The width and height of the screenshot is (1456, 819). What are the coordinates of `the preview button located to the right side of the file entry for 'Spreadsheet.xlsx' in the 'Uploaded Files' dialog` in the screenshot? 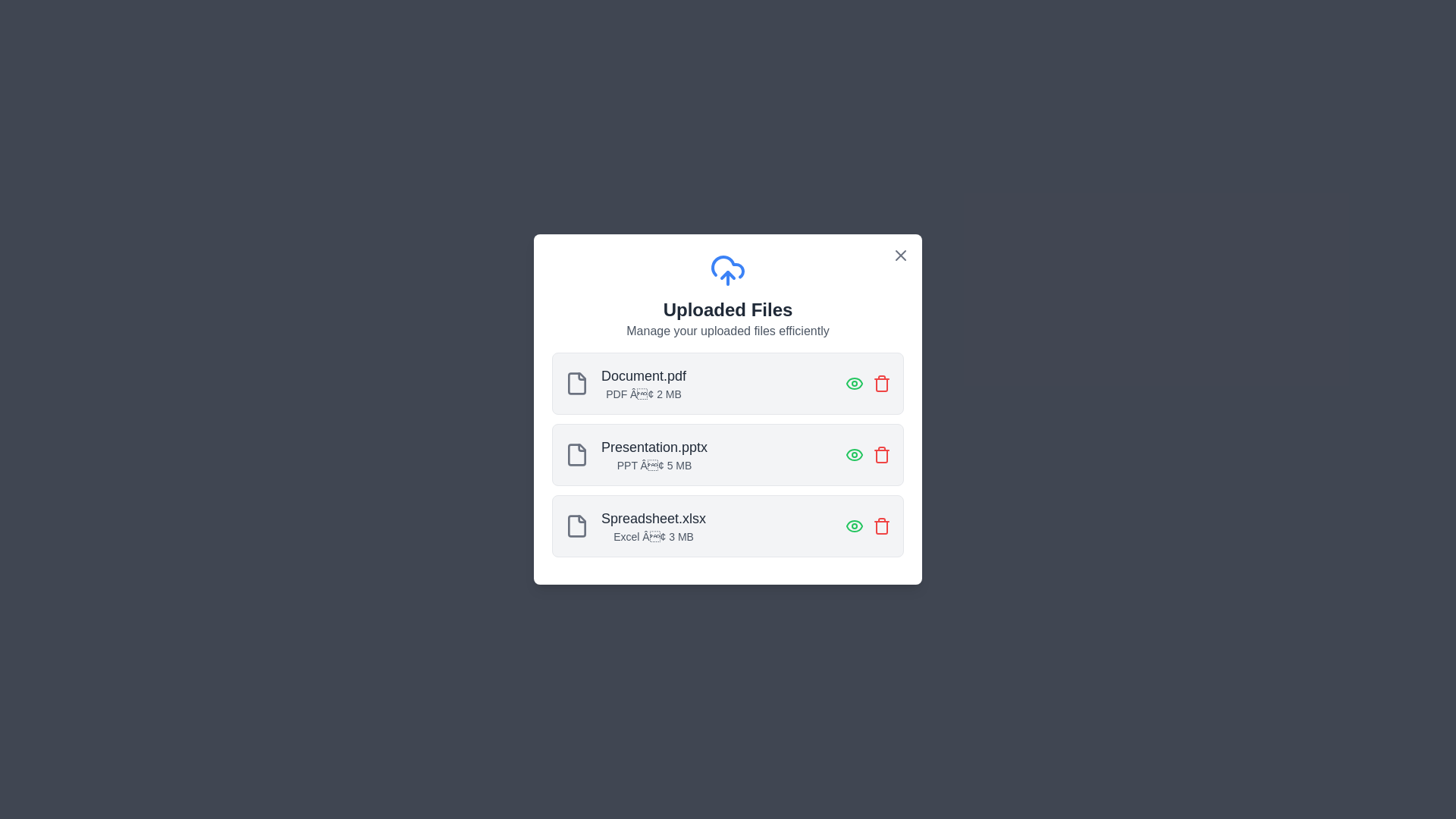 It's located at (855, 526).